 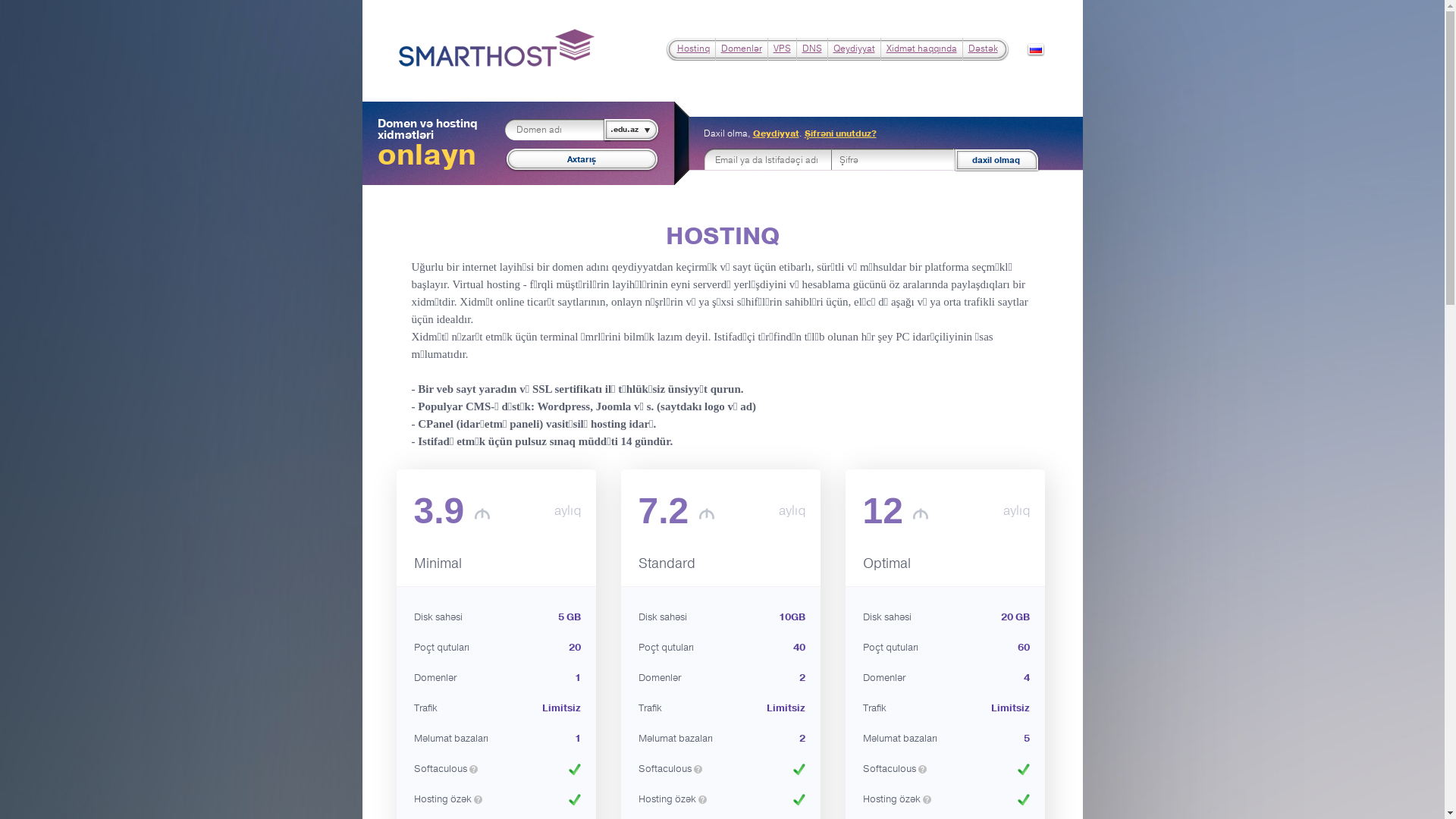 What do you see at coordinates (801, 48) in the screenshot?
I see `'DNS'` at bounding box center [801, 48].